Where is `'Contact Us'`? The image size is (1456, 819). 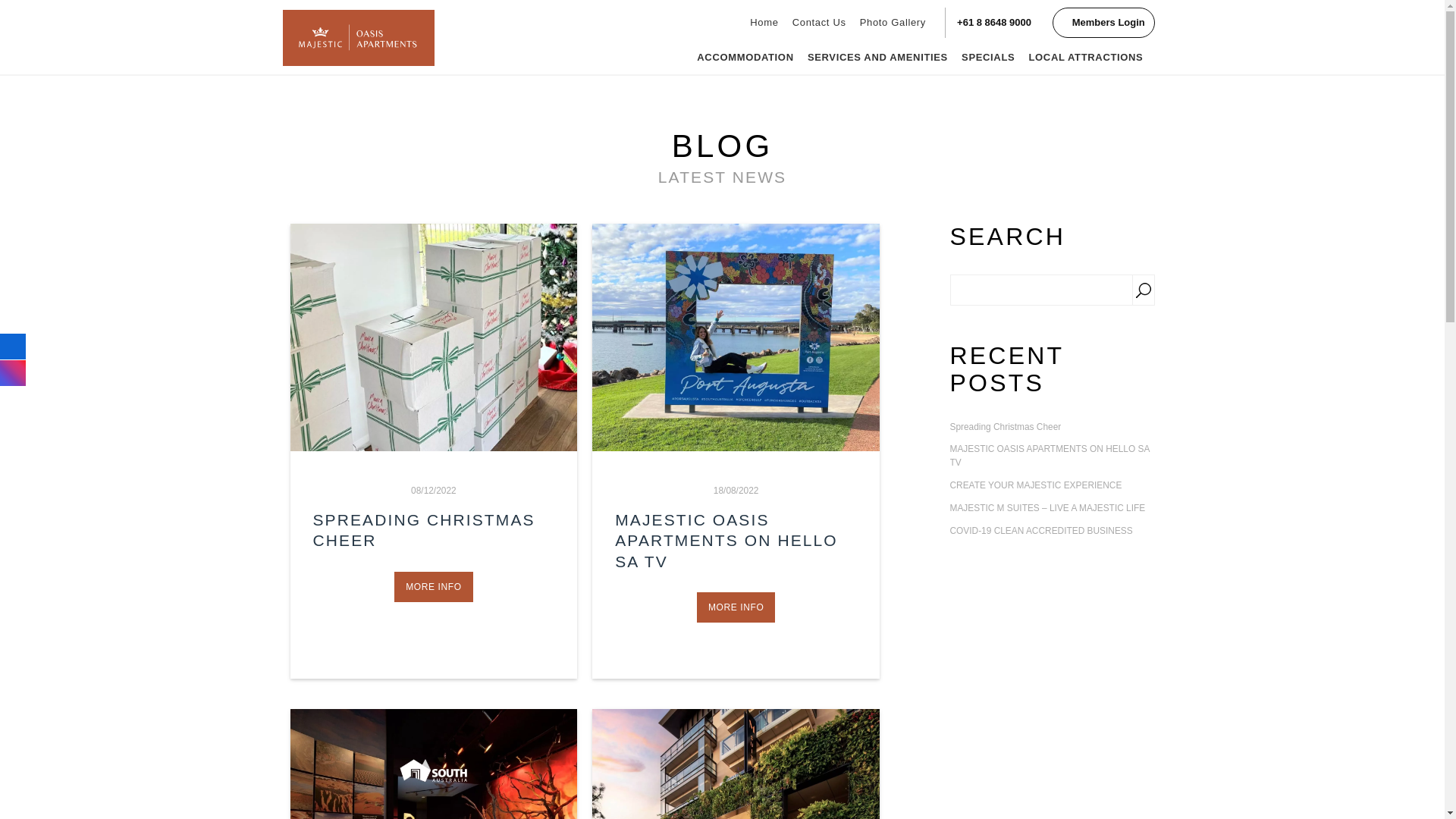 'Contact Us' is located at coordinates (818, 23).